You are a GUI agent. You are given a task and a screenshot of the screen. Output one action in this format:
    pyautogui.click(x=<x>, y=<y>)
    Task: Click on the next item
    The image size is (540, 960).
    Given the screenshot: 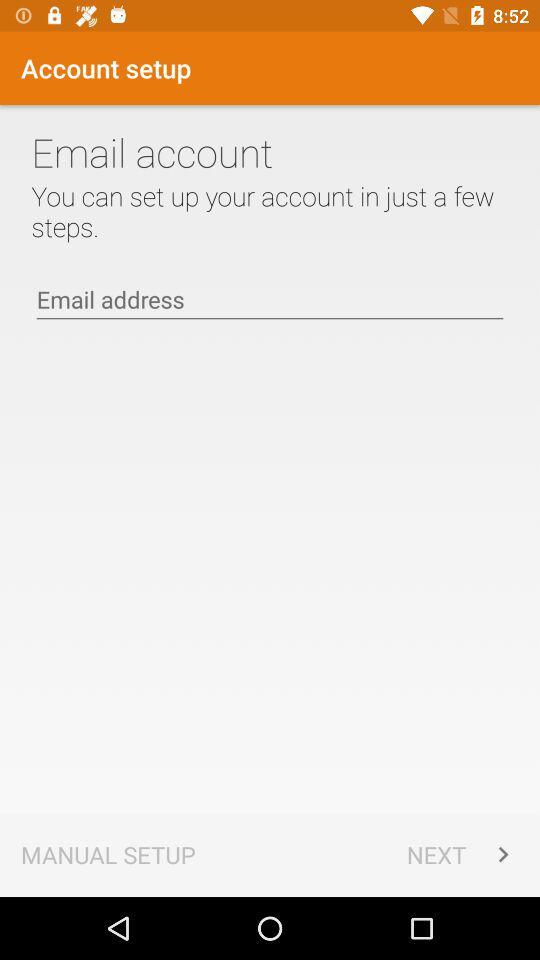 What is the action you would take?
    pyautogui.click(x=462, y=853)
    